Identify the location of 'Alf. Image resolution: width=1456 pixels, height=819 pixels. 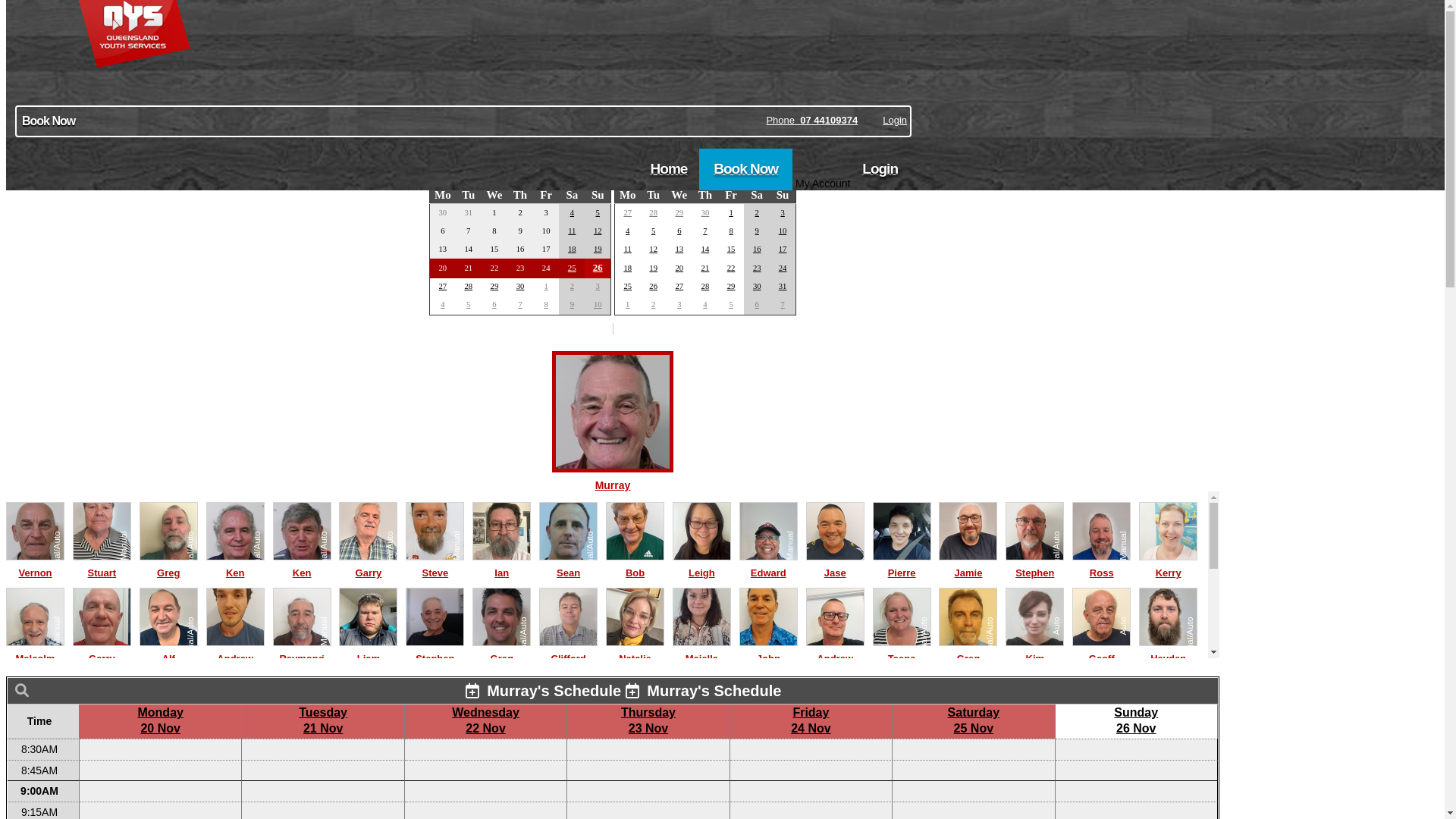
(168, 650).